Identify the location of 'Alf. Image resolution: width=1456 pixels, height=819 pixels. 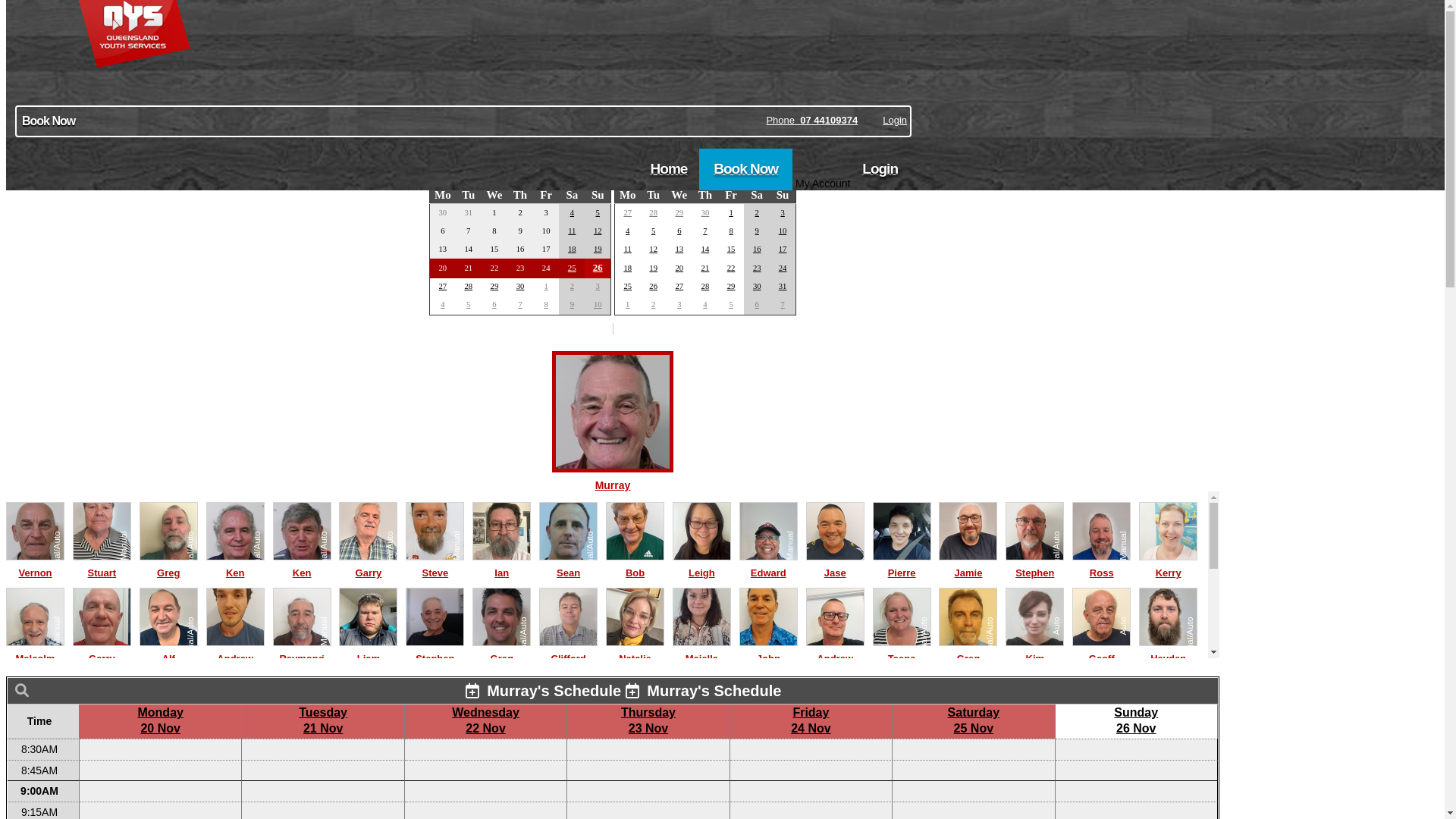
(168, 650).